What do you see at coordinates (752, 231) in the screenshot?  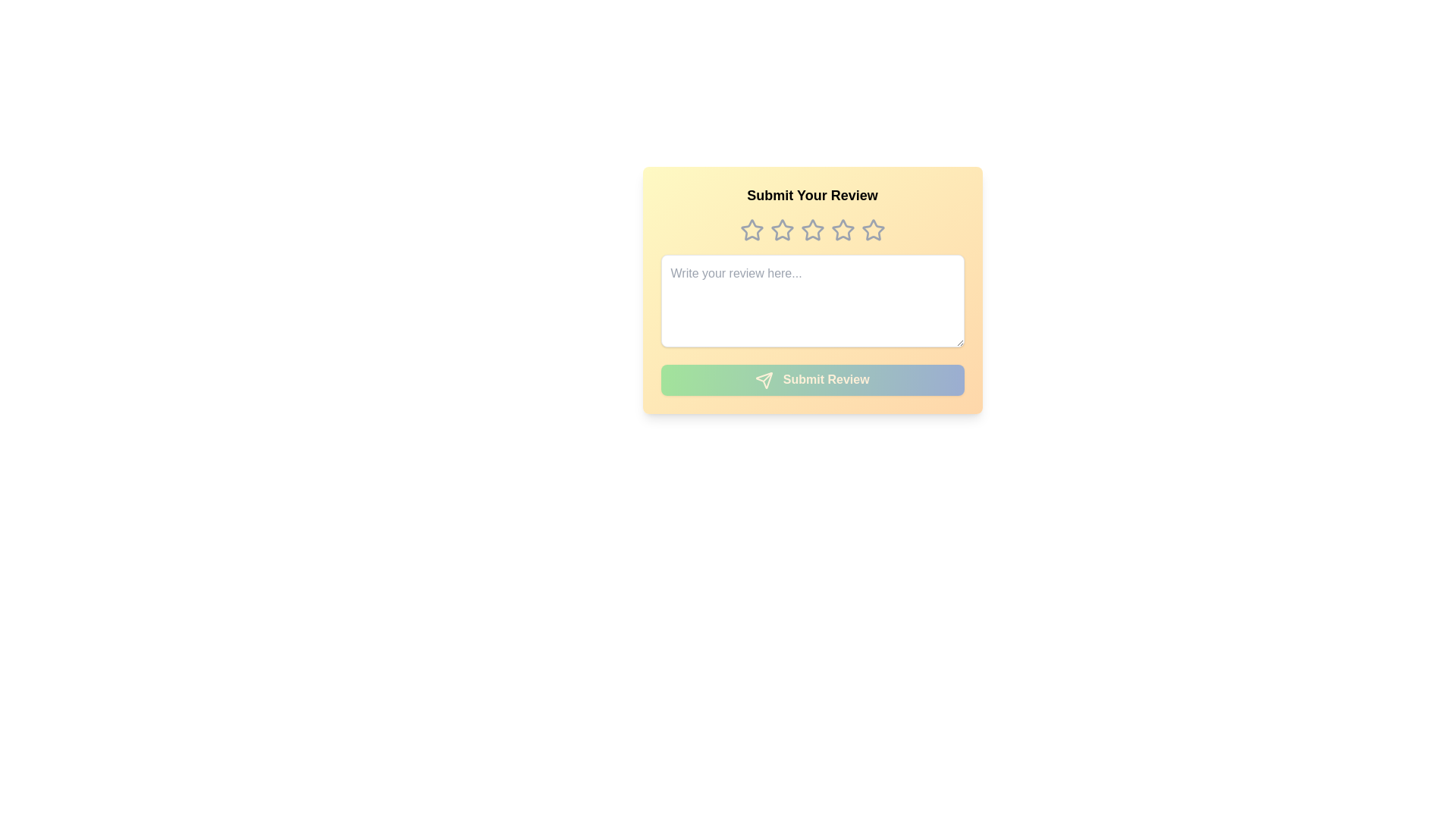 I see `the first Rating star icon located below the 'Submit Your Review' title` at bounding box center [752, 231].